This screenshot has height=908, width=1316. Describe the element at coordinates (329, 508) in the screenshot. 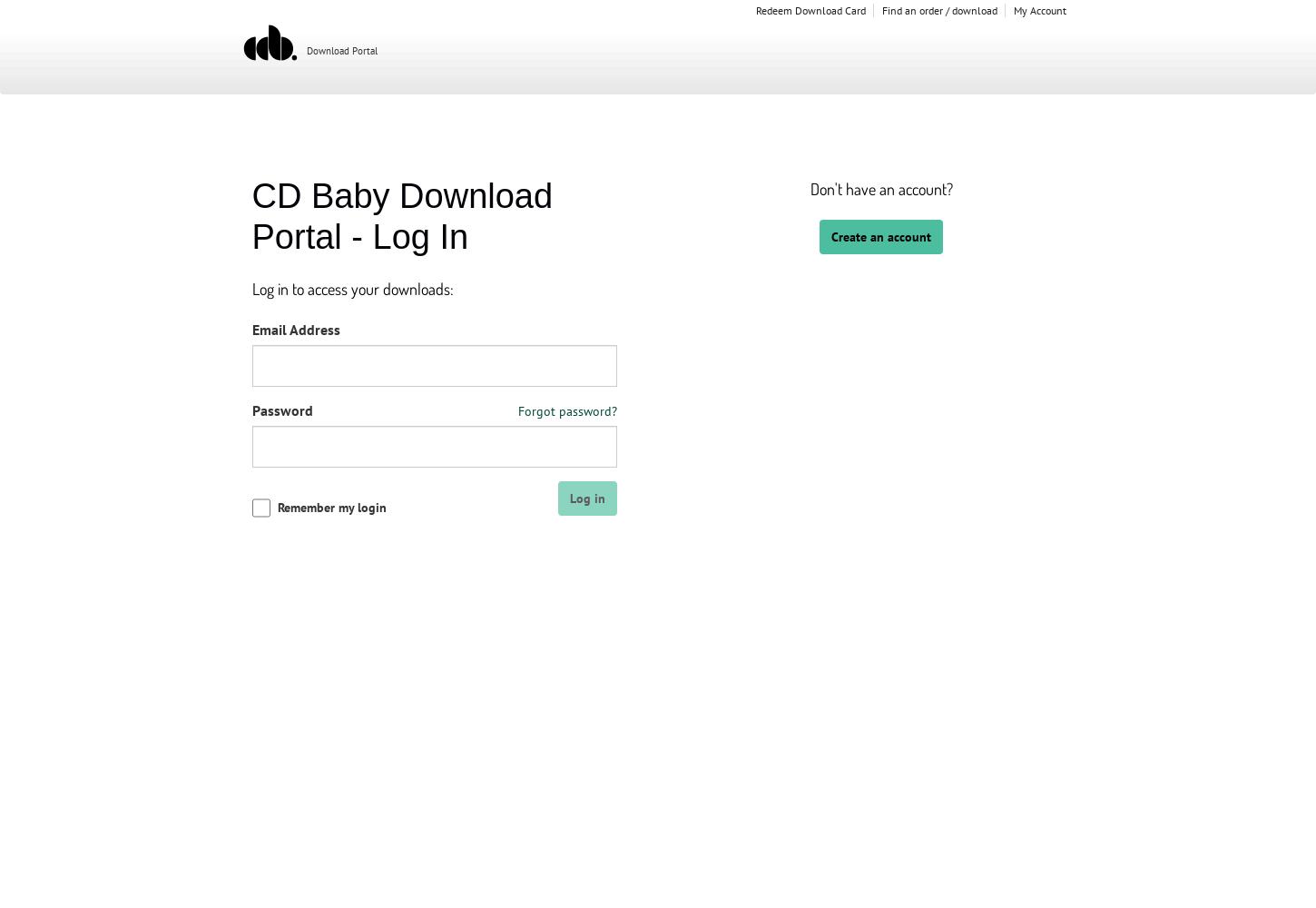

I see `'Remember my login'` at that location.